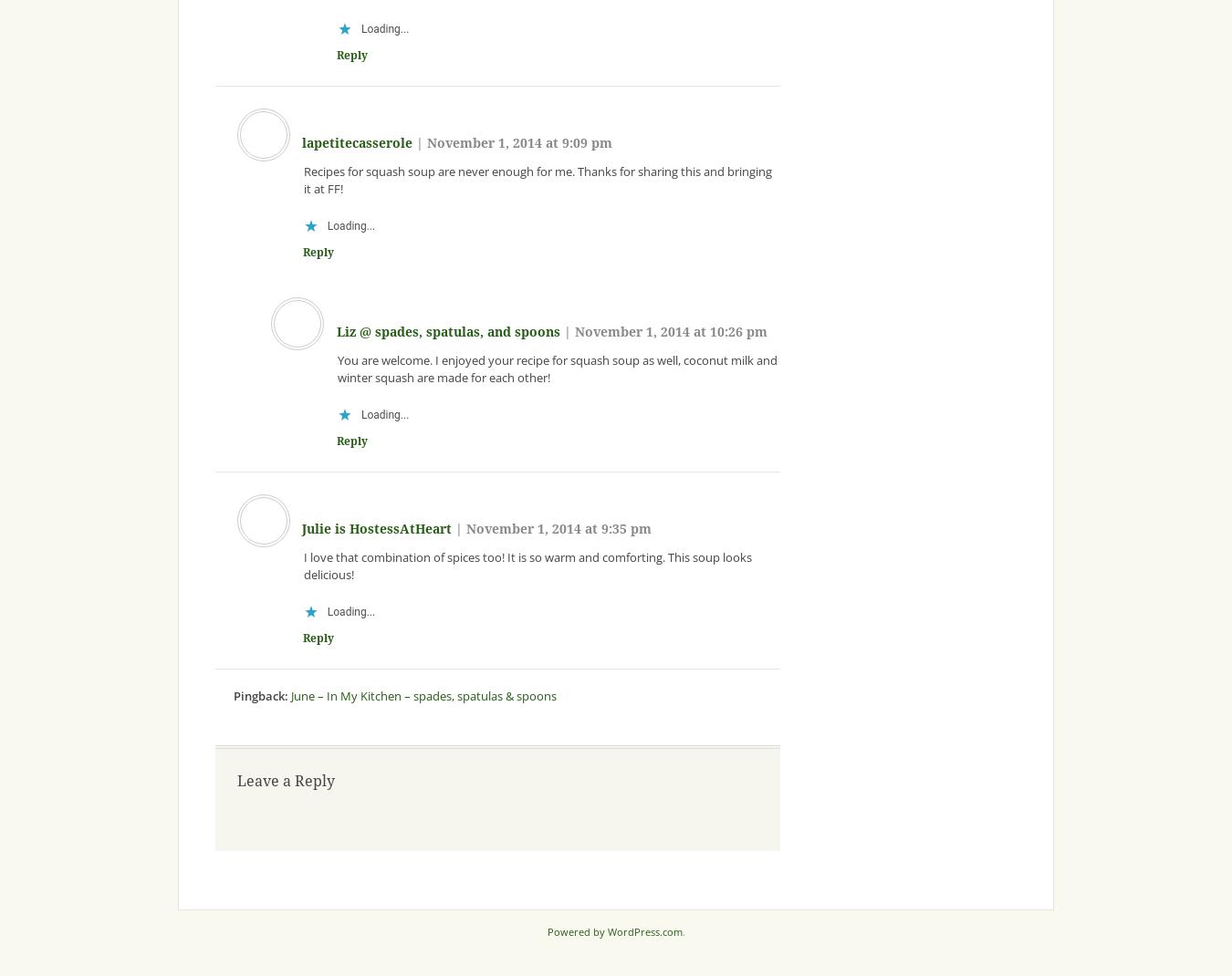  Describe the element at coordinates (682, 931) in the screenshot. I see `'.'` at that location.